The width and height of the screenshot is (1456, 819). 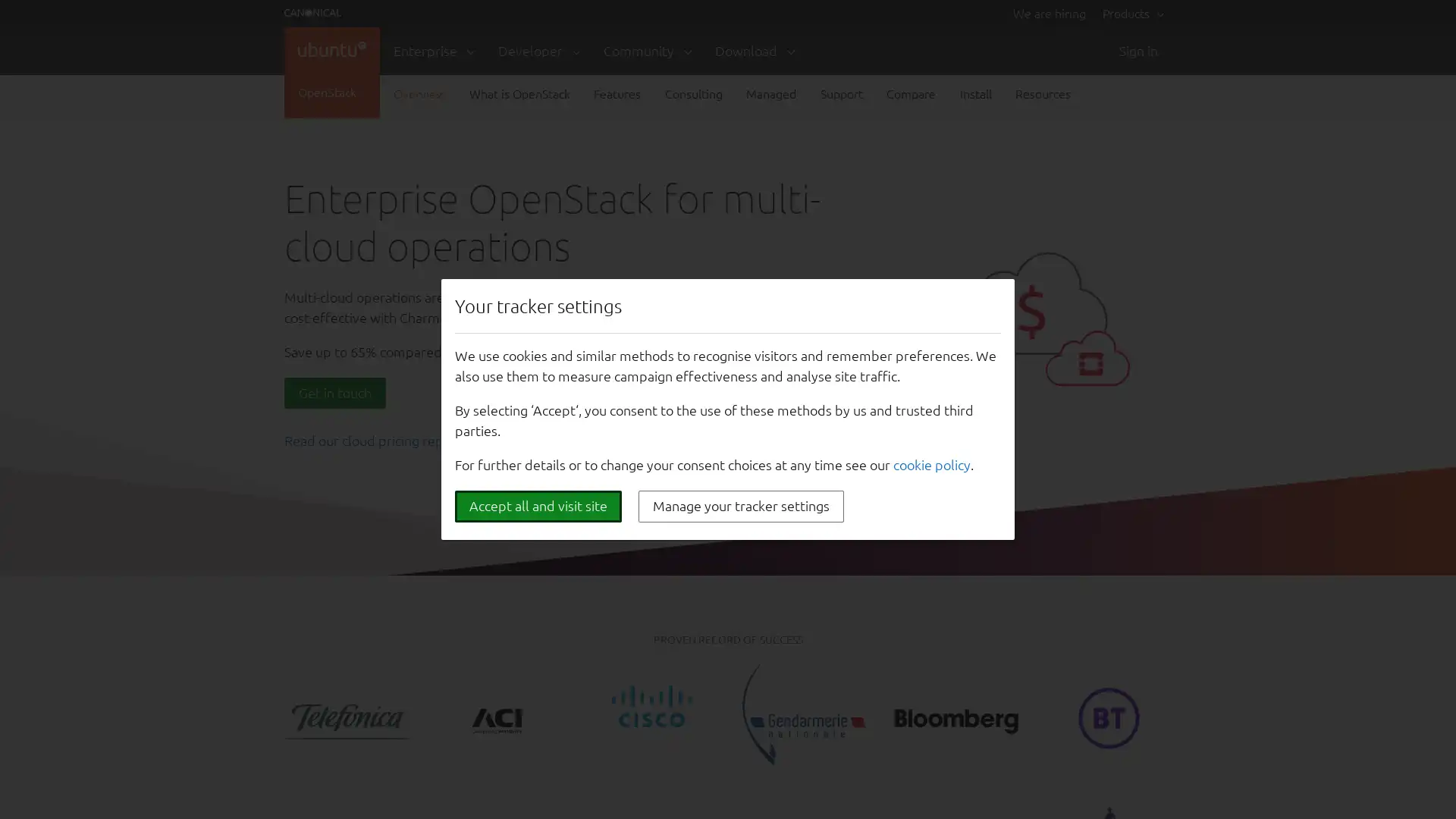 What do you see at coordinates (741, 506) in the screenshot?
I see `Manage your tracker settings` at bounding box center [741, 506].